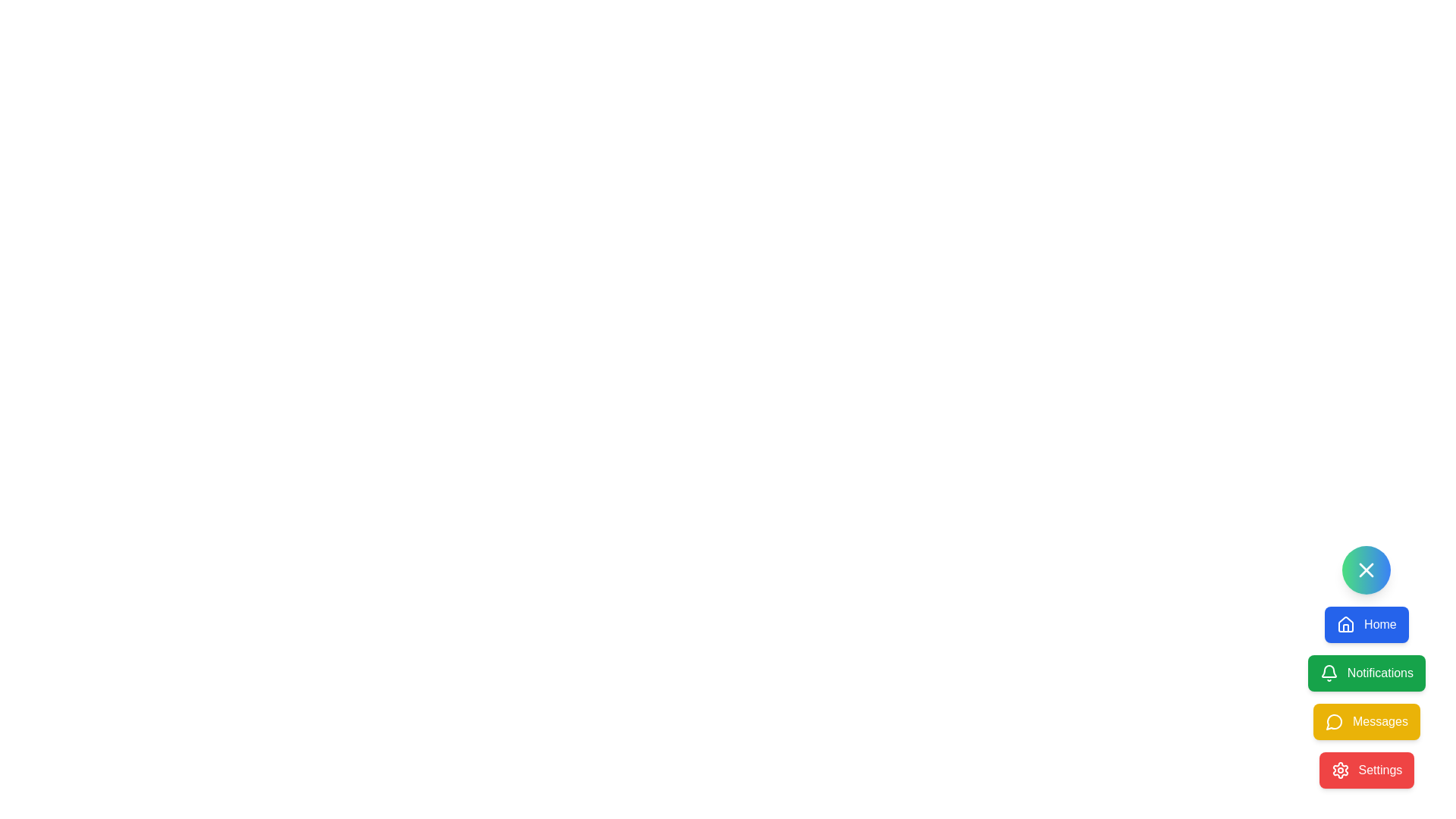 The height and width of the screenshot is (819, 1456). I want to click on the circular yellow speech bubble icon that is part of the 'Messages' button, located on the right-hand side of the interface, so click(1333, 721).